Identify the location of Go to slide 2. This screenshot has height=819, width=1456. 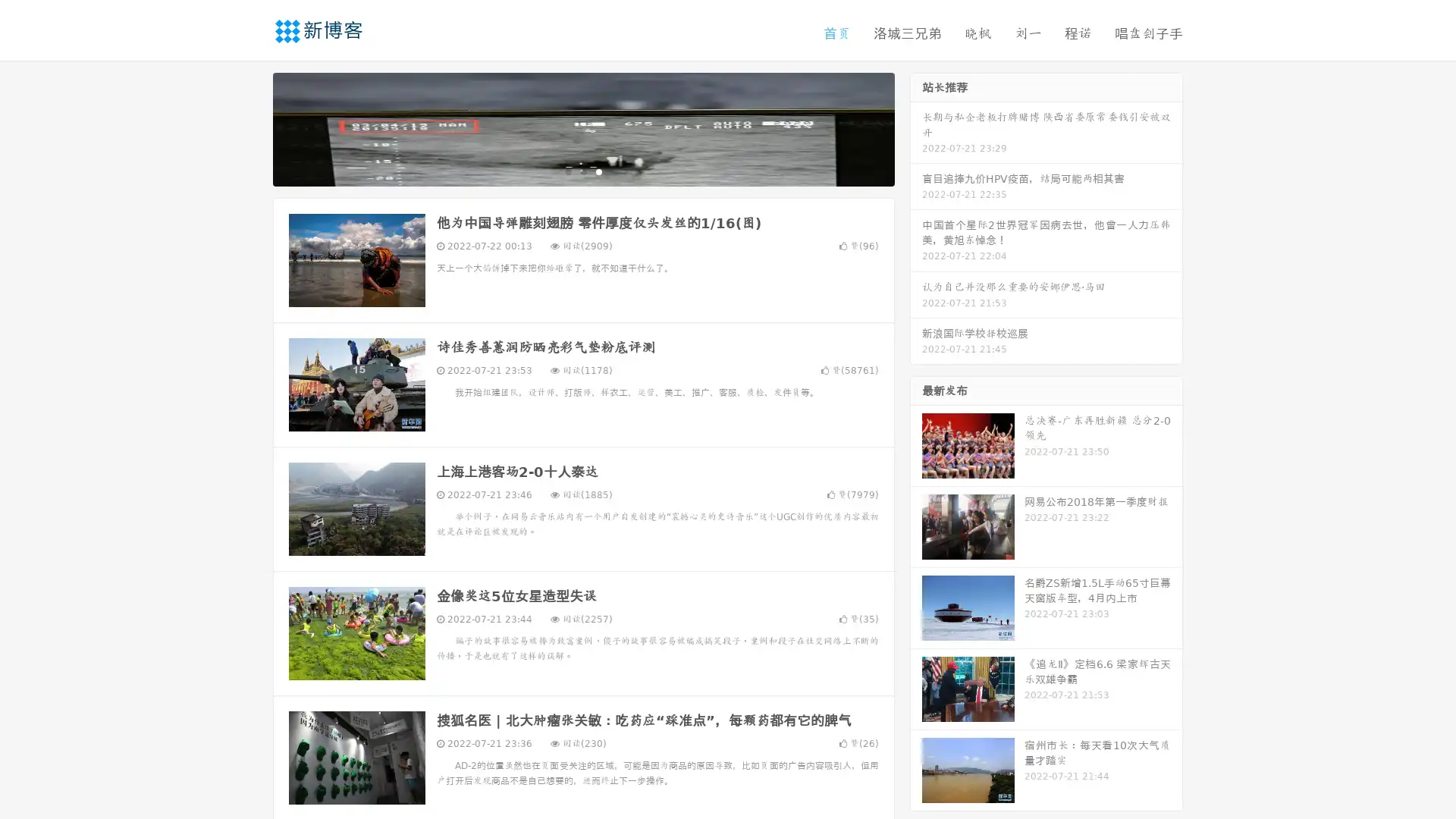
(582, 171).